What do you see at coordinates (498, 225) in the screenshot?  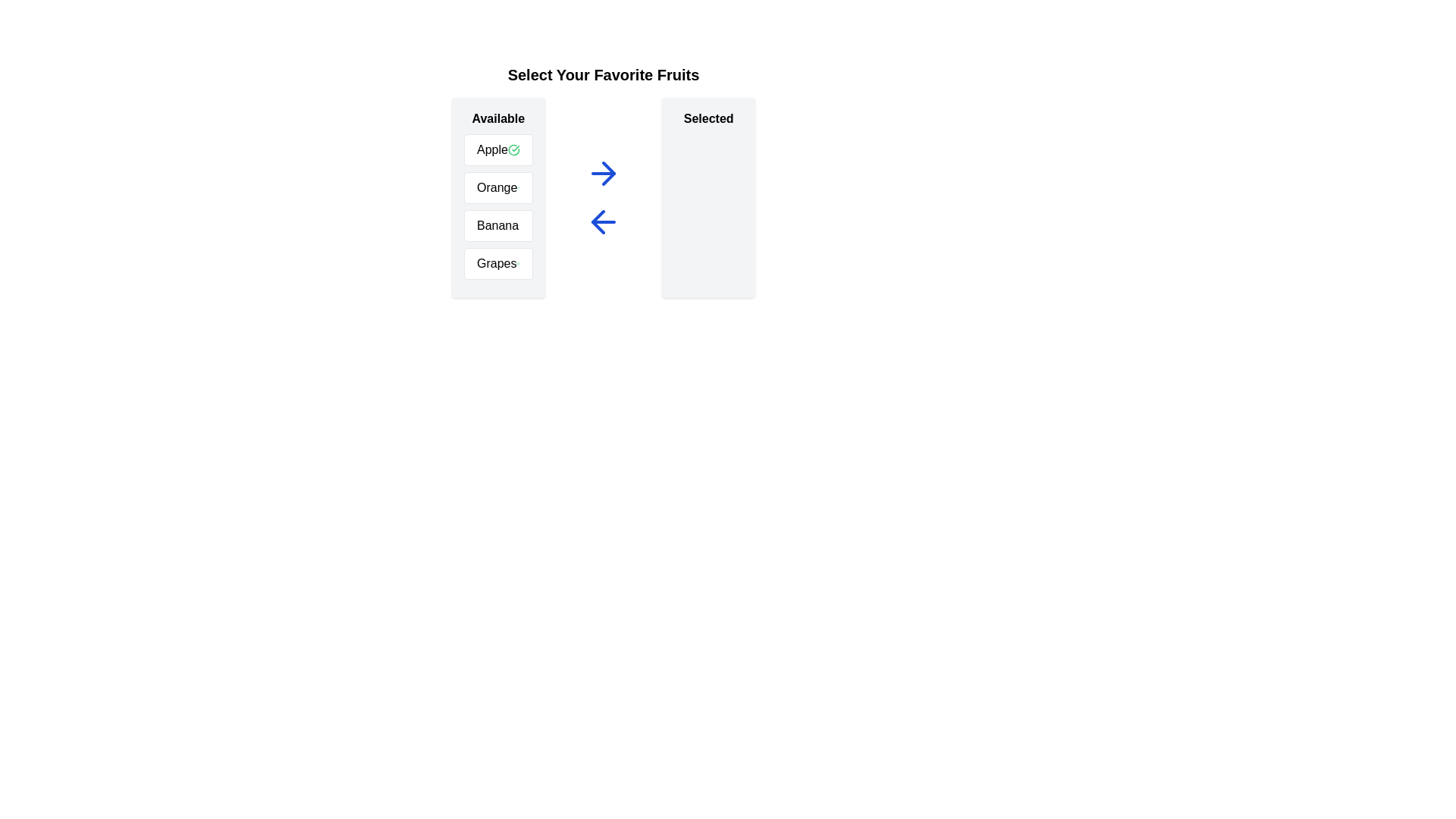 I see `the text of the selected item Banana` at bounding box center [498, 225].